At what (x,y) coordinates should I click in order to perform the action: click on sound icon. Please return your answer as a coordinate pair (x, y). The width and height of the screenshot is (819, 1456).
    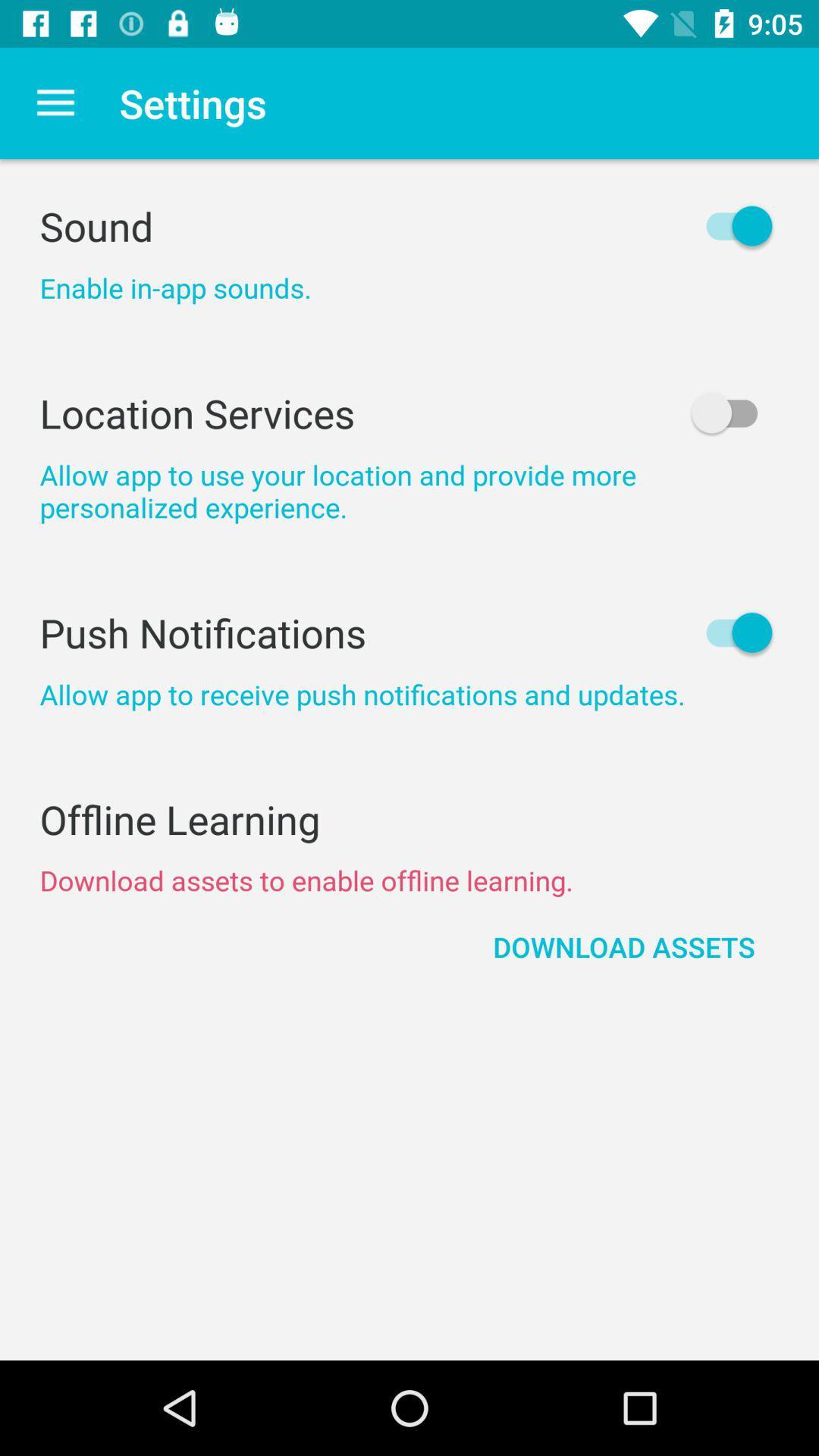
    Looking at the image, I should click on (409, 225).